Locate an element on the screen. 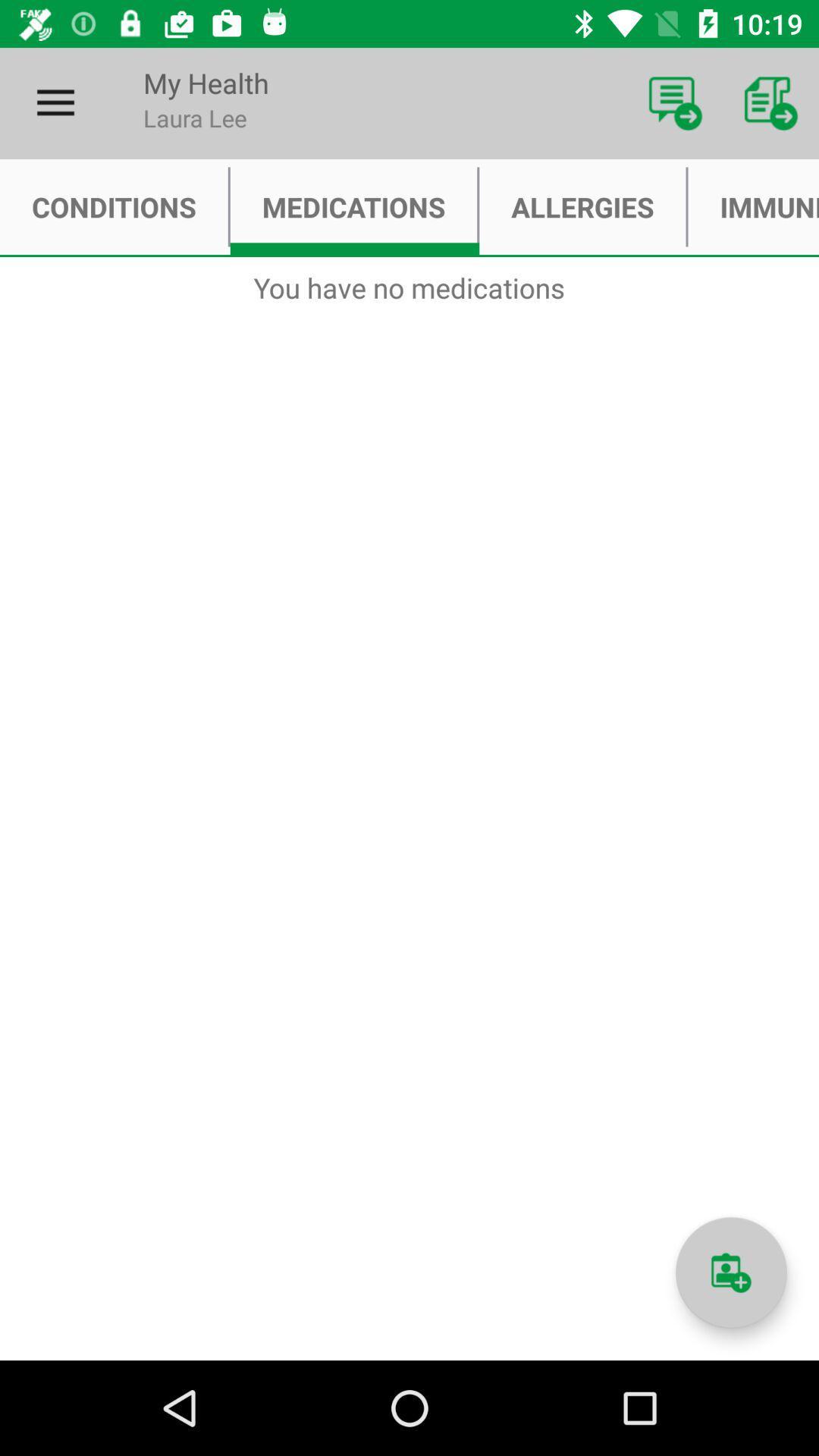 The image size is (819, 1456). a prescription is located at coordinates (730, 1272).